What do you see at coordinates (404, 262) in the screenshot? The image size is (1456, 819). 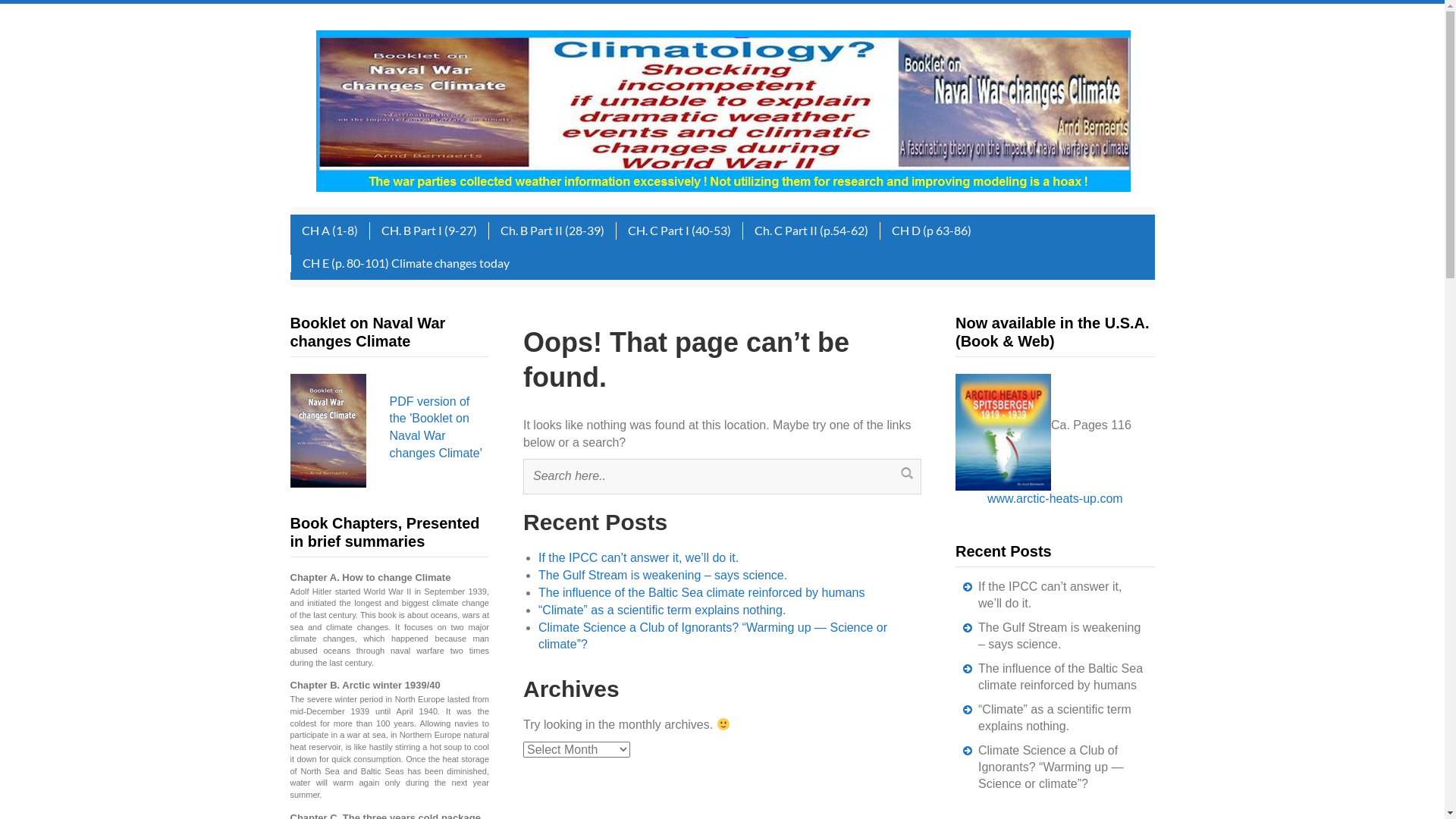 I see `'CH E (p. 80-101) Climate changes today'` at bounding box center [404, 262].